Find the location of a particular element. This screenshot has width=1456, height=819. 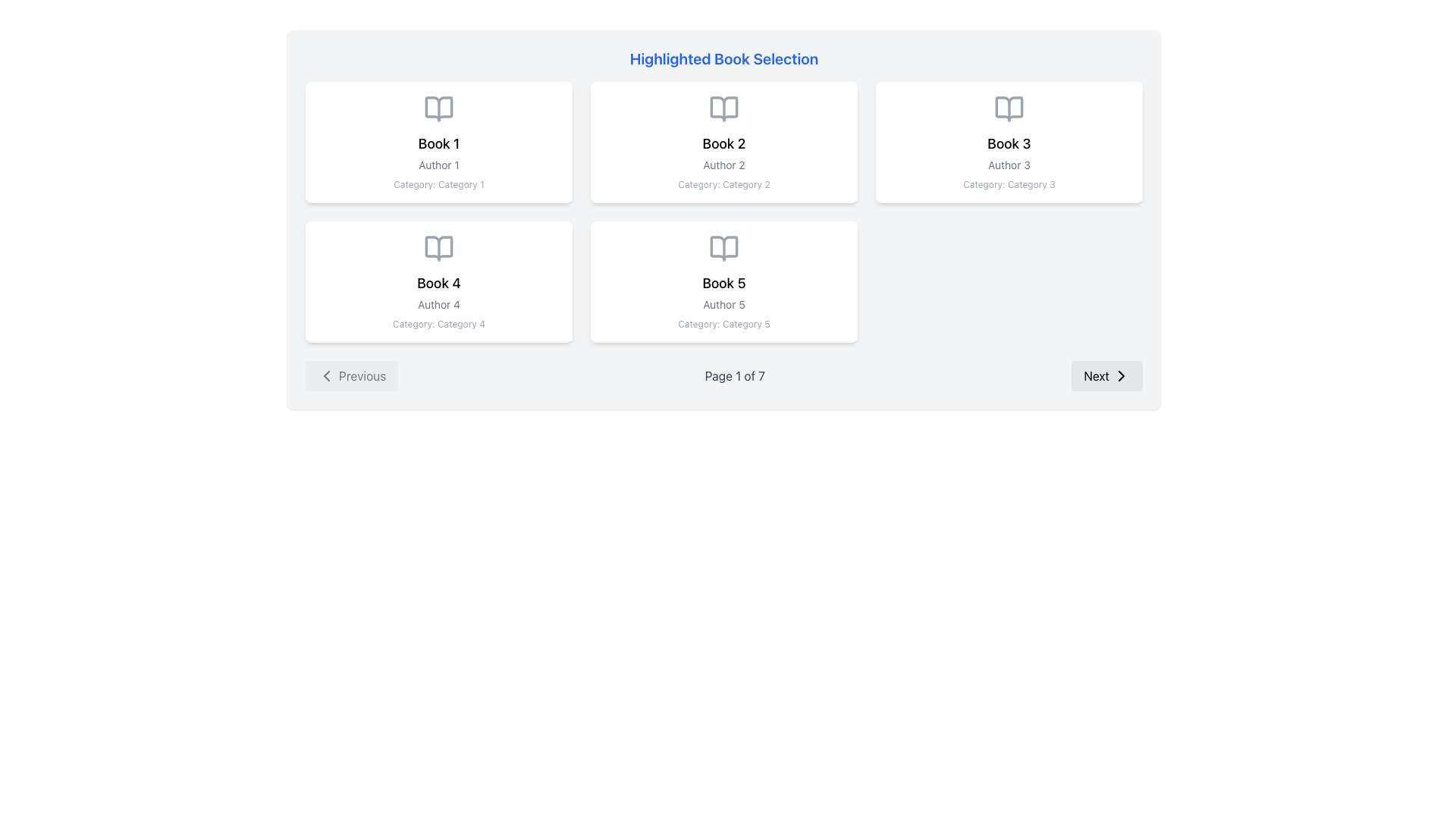

the book icon associated with 'Book 2', which signifies reading or book-related functionality and is positioned at the top of the card interface is located at coordinates (723, 108).